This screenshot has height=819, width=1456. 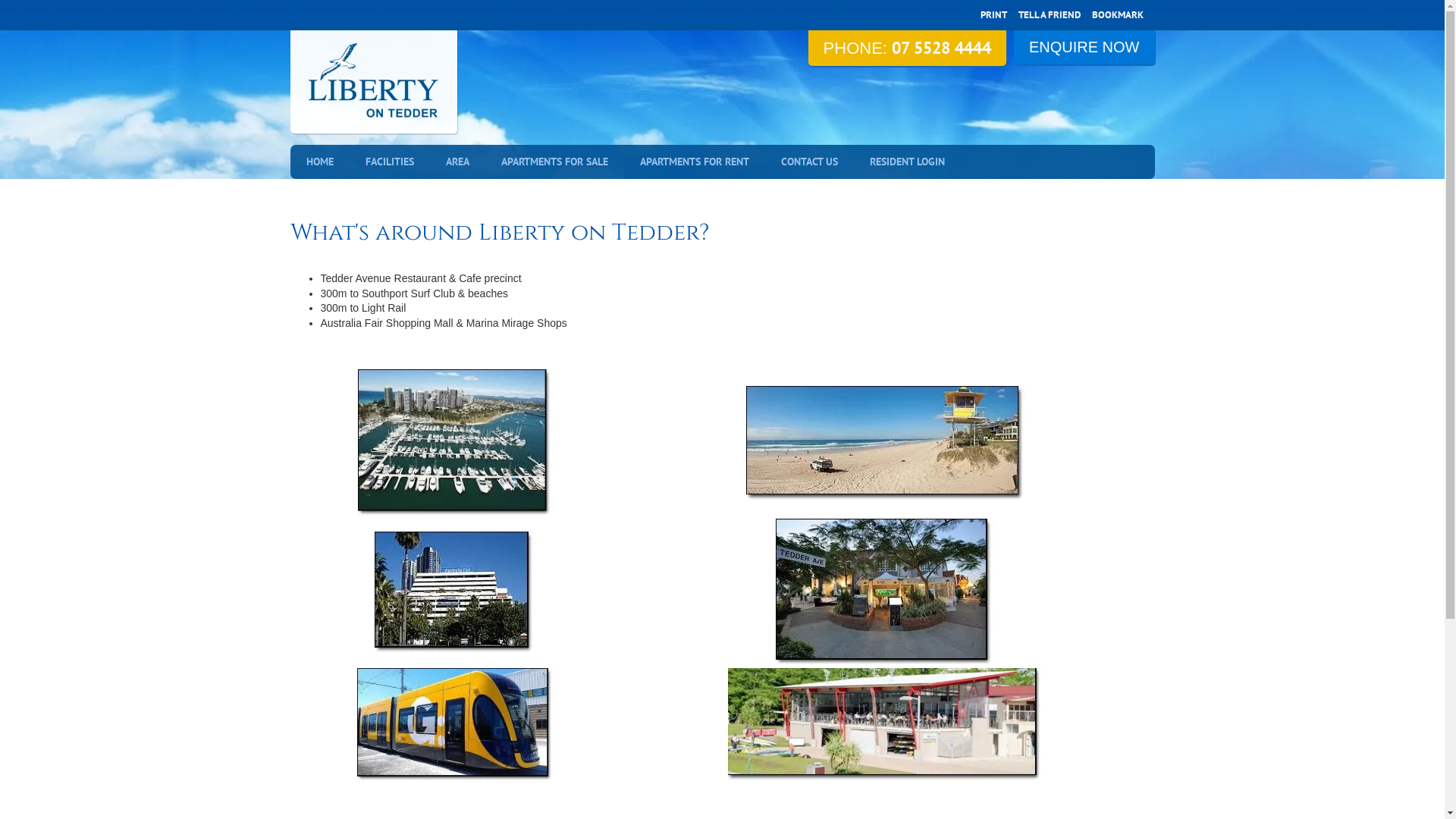 I want to click on 'AREA', so click(x=456, y=162).